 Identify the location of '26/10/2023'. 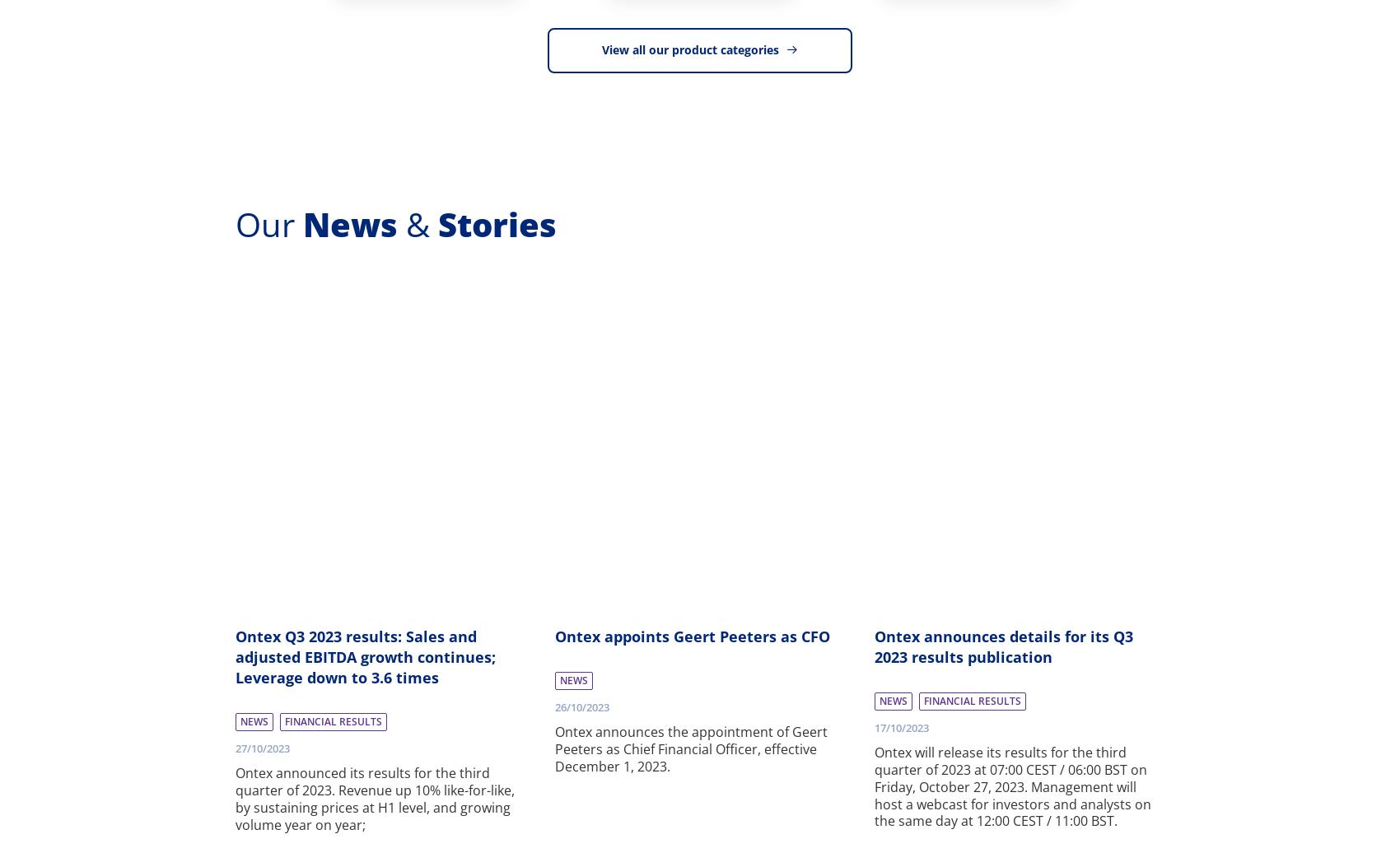
(582, 705).